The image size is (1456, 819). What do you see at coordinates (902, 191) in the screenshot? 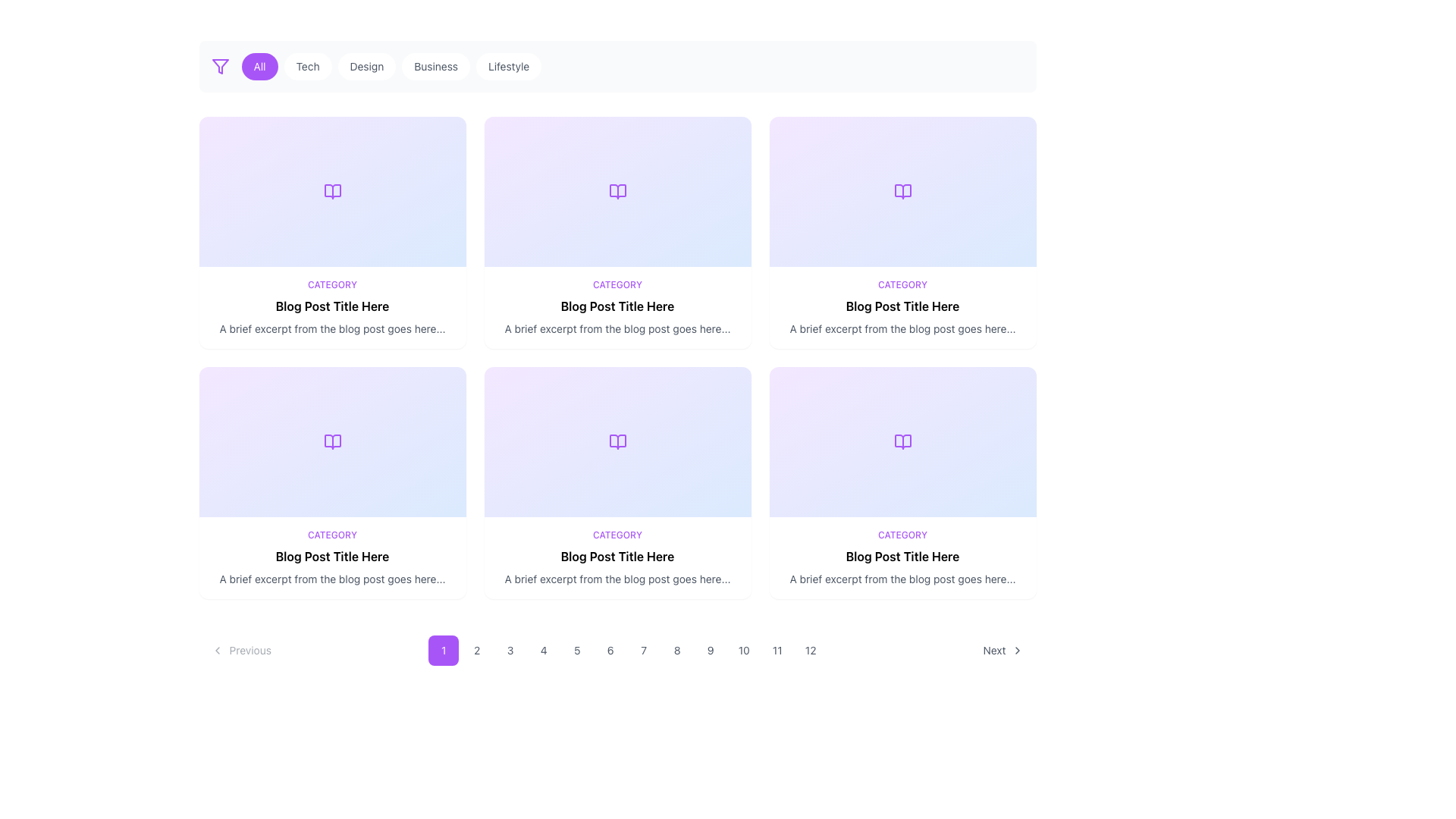
I see `the icon located in the third card of the first row in the displayed grid of cards` at bounding box center [902, 191].